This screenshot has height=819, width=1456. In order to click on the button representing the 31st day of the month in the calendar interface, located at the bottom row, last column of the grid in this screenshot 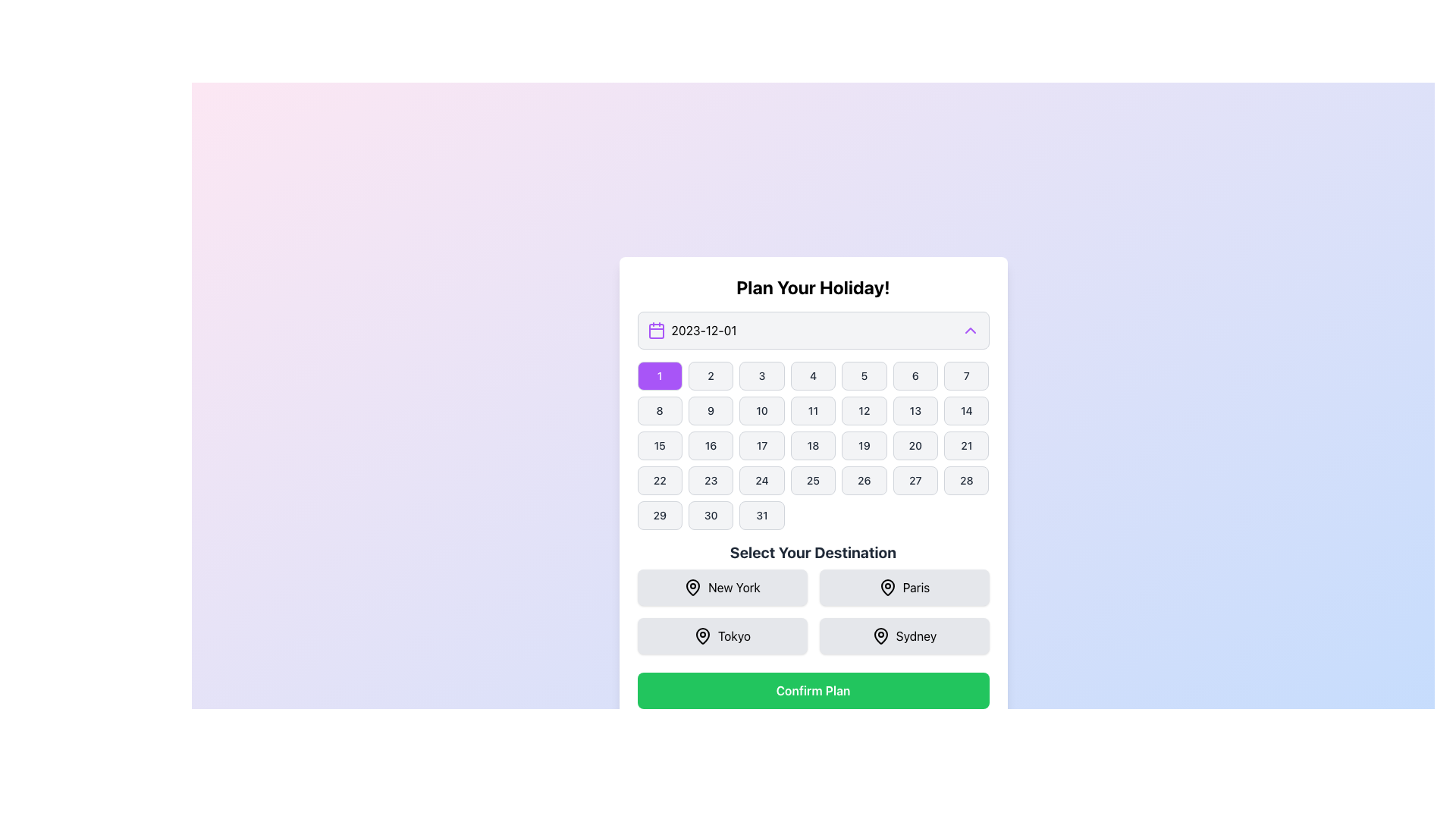, I will do `click(762, 514)`.